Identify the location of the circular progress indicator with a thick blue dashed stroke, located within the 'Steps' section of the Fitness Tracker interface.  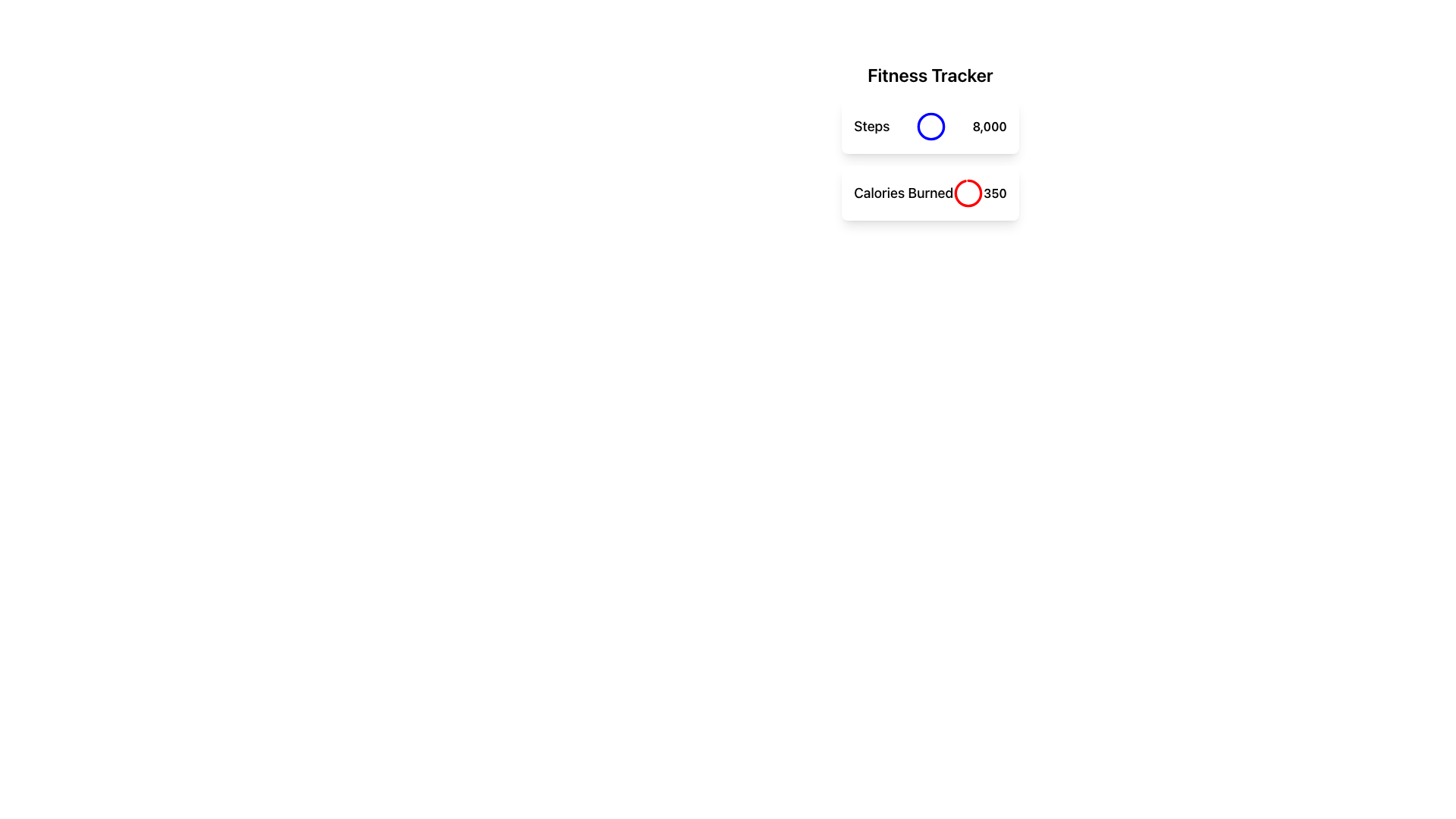
(930, 125).